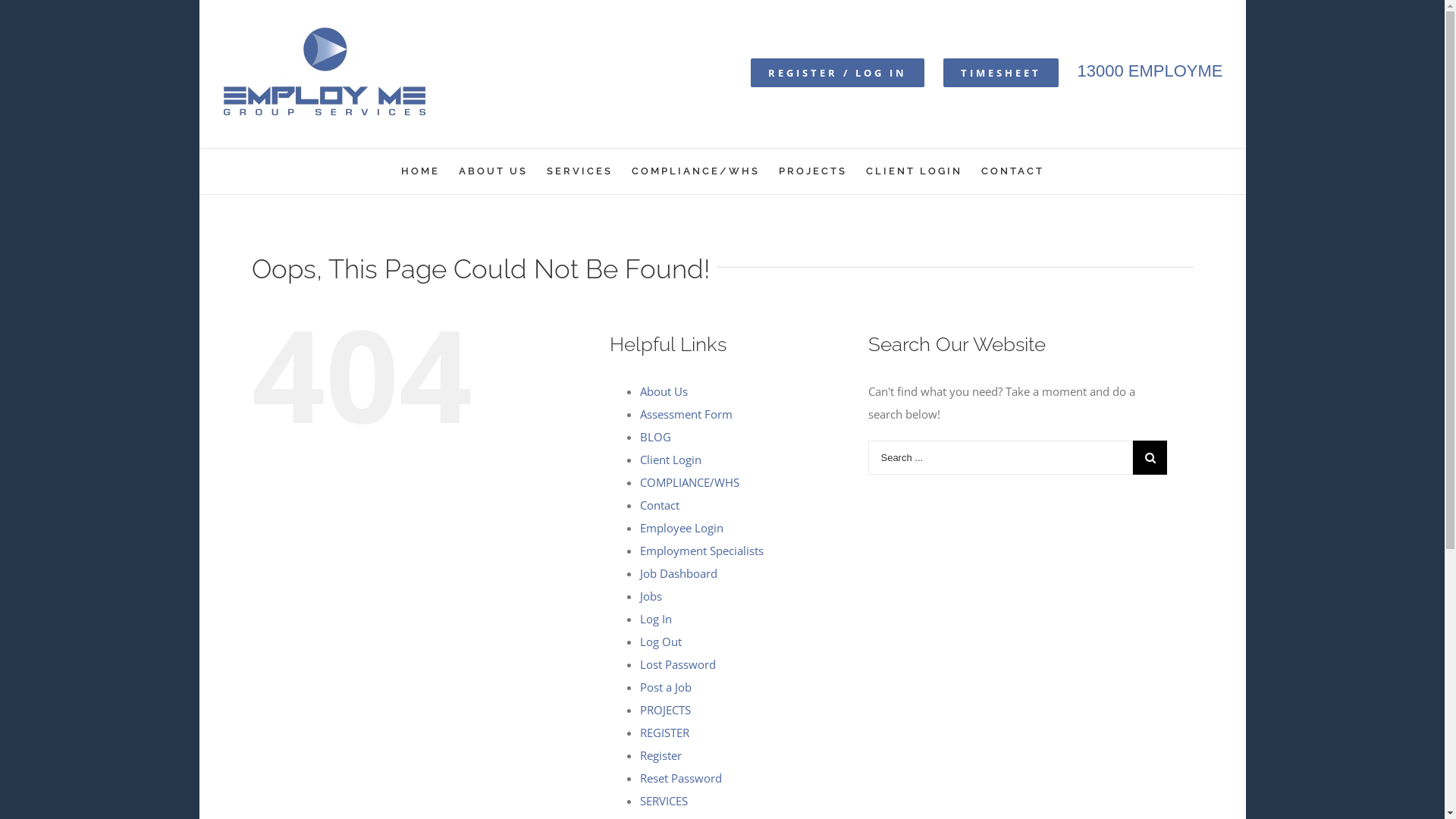 The image size is (1456, 819). What do you see at coordinates (1150, 70) in the screenshot?
I see `'13000 EMPLOYME'` at bounding box center [1150, 70].